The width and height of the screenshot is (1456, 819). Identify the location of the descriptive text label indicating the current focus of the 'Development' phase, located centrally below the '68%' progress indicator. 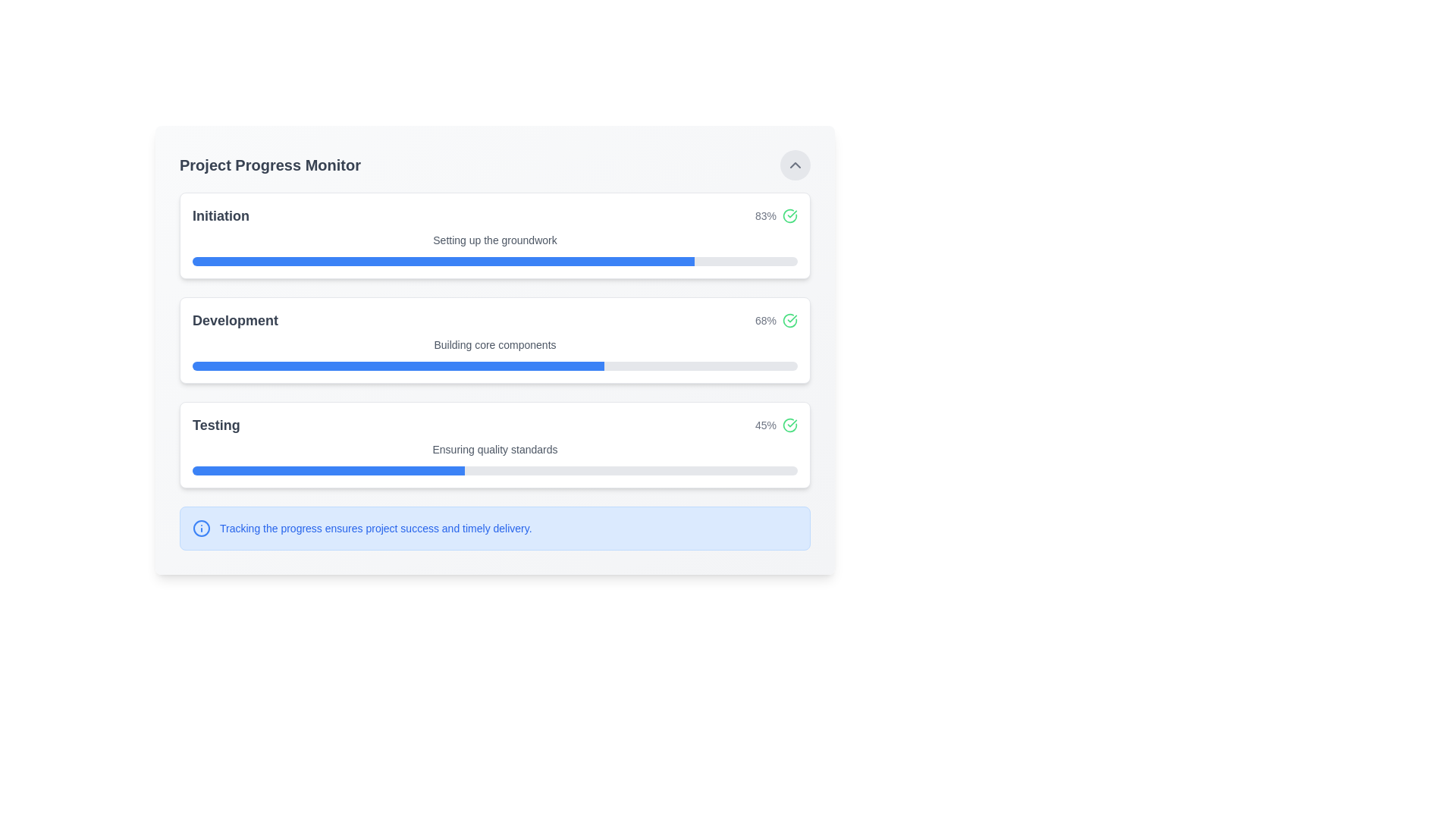
(494, 345).